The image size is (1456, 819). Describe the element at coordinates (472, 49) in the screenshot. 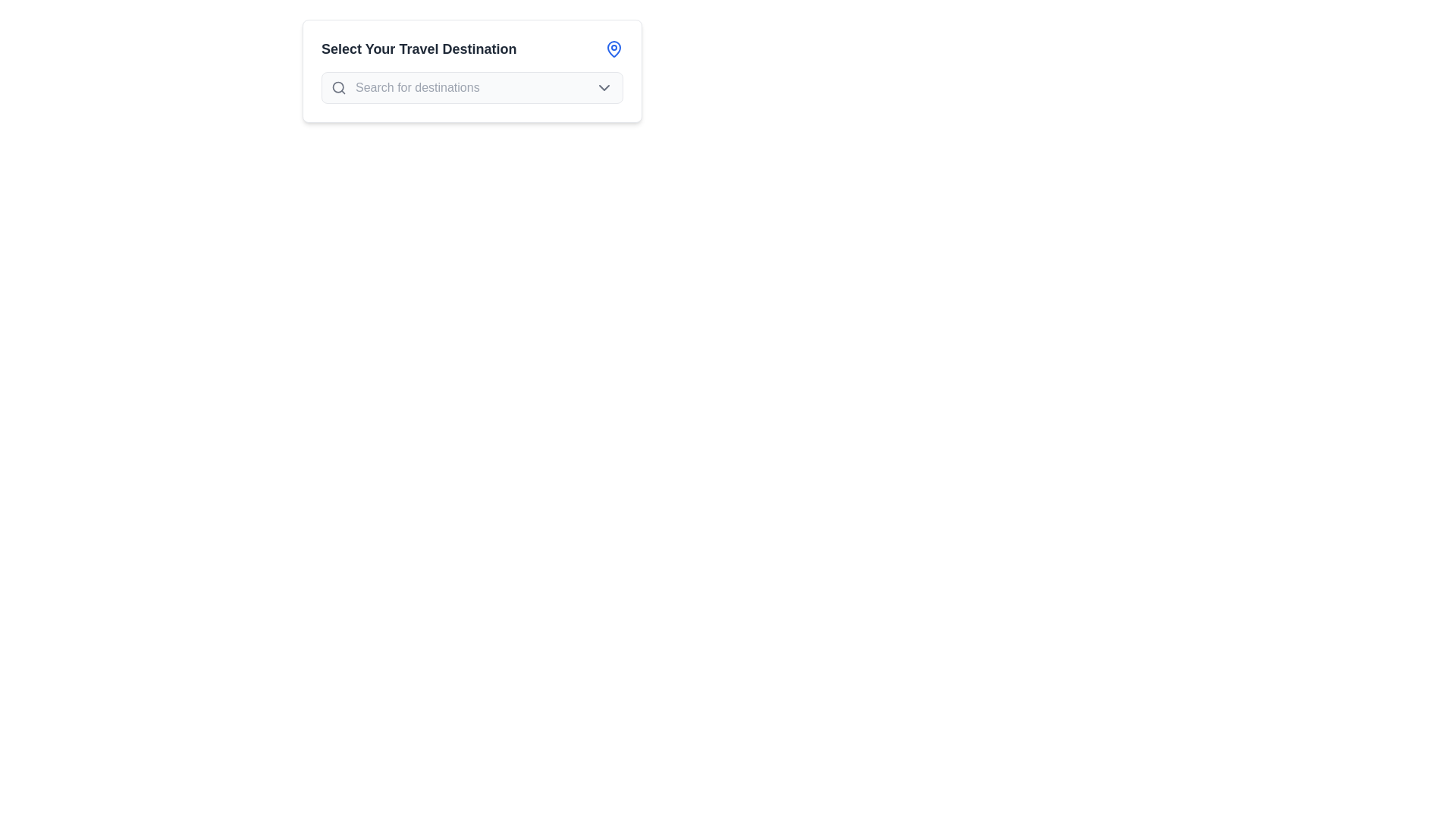

I see `the text header 'Select Your Travel Destination' with the map pin icon` at that location.